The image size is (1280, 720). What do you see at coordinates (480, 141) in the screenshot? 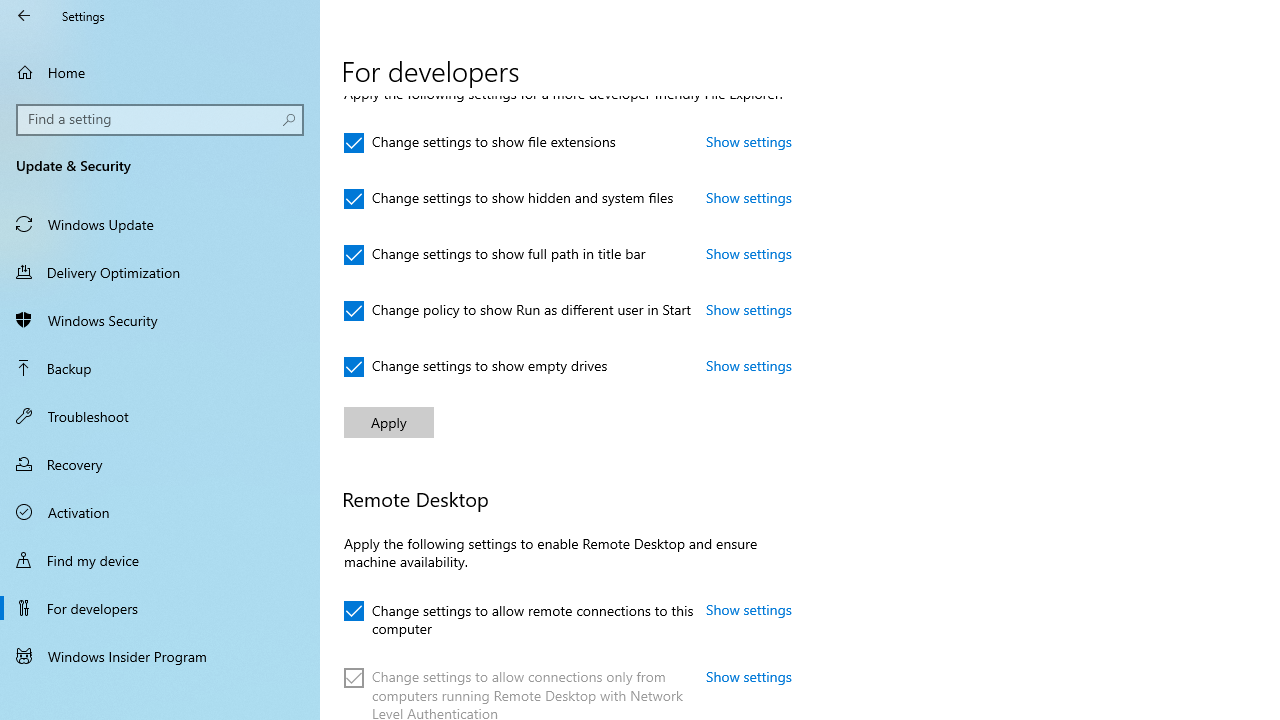
I see `'Change settings to show file extensions'` at bounding box center [480, 141].